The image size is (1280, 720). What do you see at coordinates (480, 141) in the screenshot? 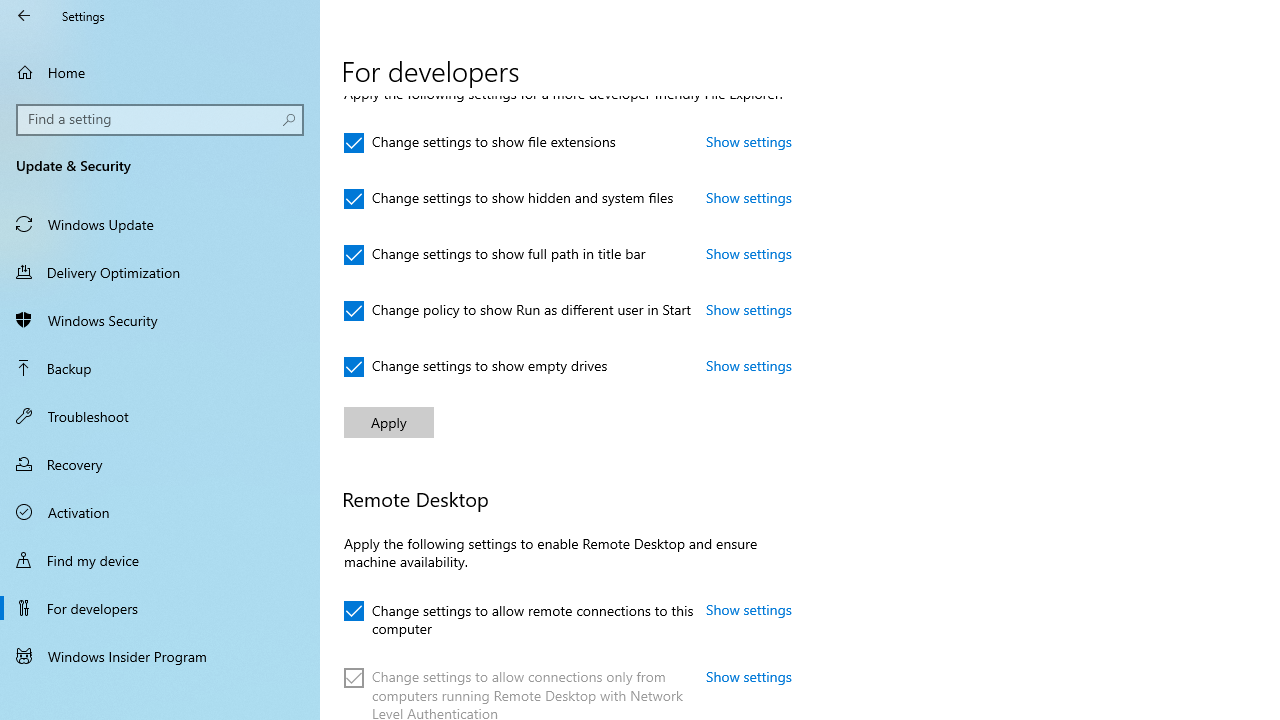
I see `'Change settings to show file extensions'` at bounding box center [480, 141].